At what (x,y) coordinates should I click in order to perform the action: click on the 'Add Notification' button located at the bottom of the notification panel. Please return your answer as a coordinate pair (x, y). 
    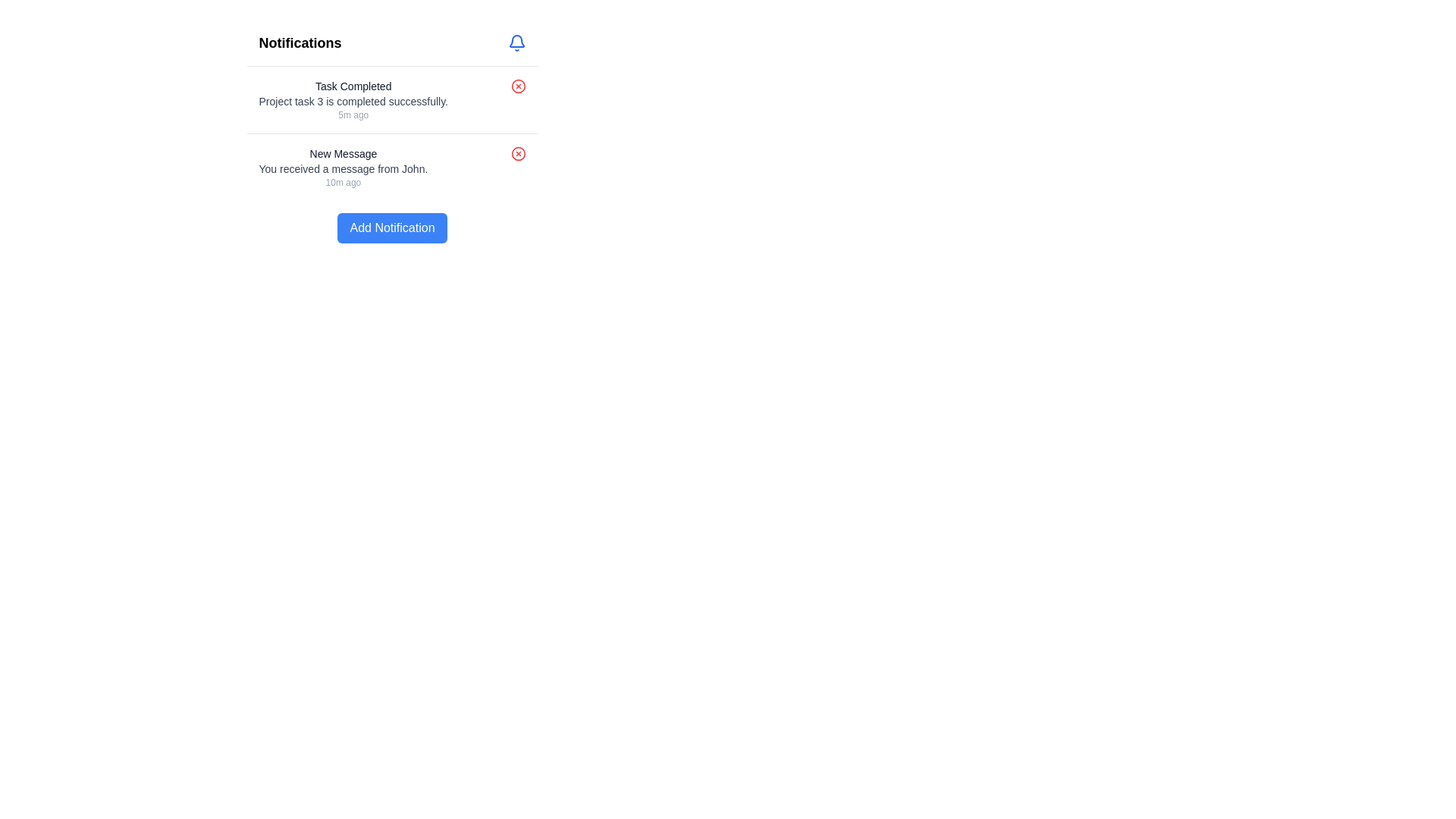
    Looking at the image, I should click on (392, 227).